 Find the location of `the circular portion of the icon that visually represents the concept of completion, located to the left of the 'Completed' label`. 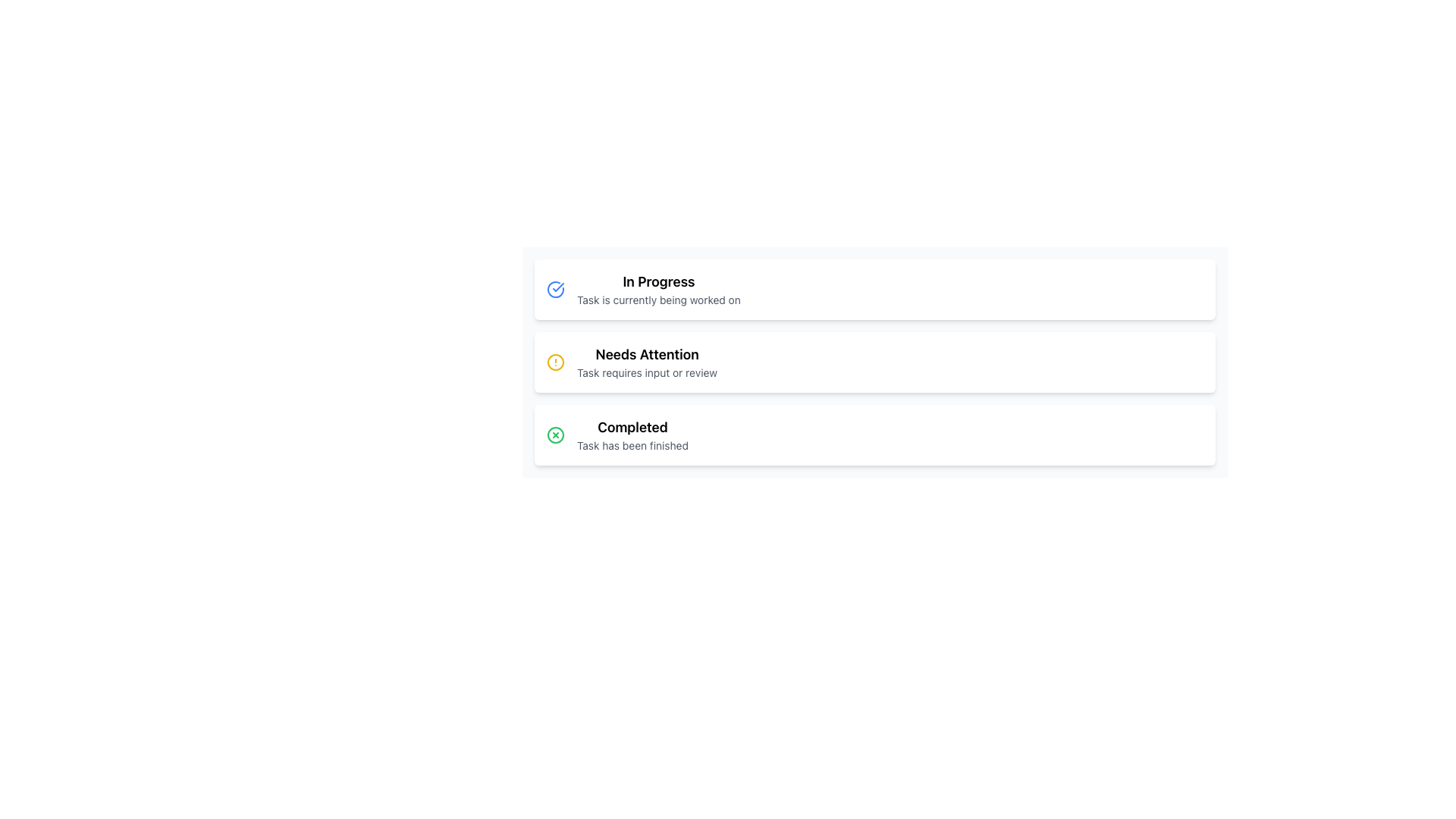

the circular portion of the icon that visually represents the concept of completion, located to the left of the 'Completed' label is located at coordinates (555, 435).